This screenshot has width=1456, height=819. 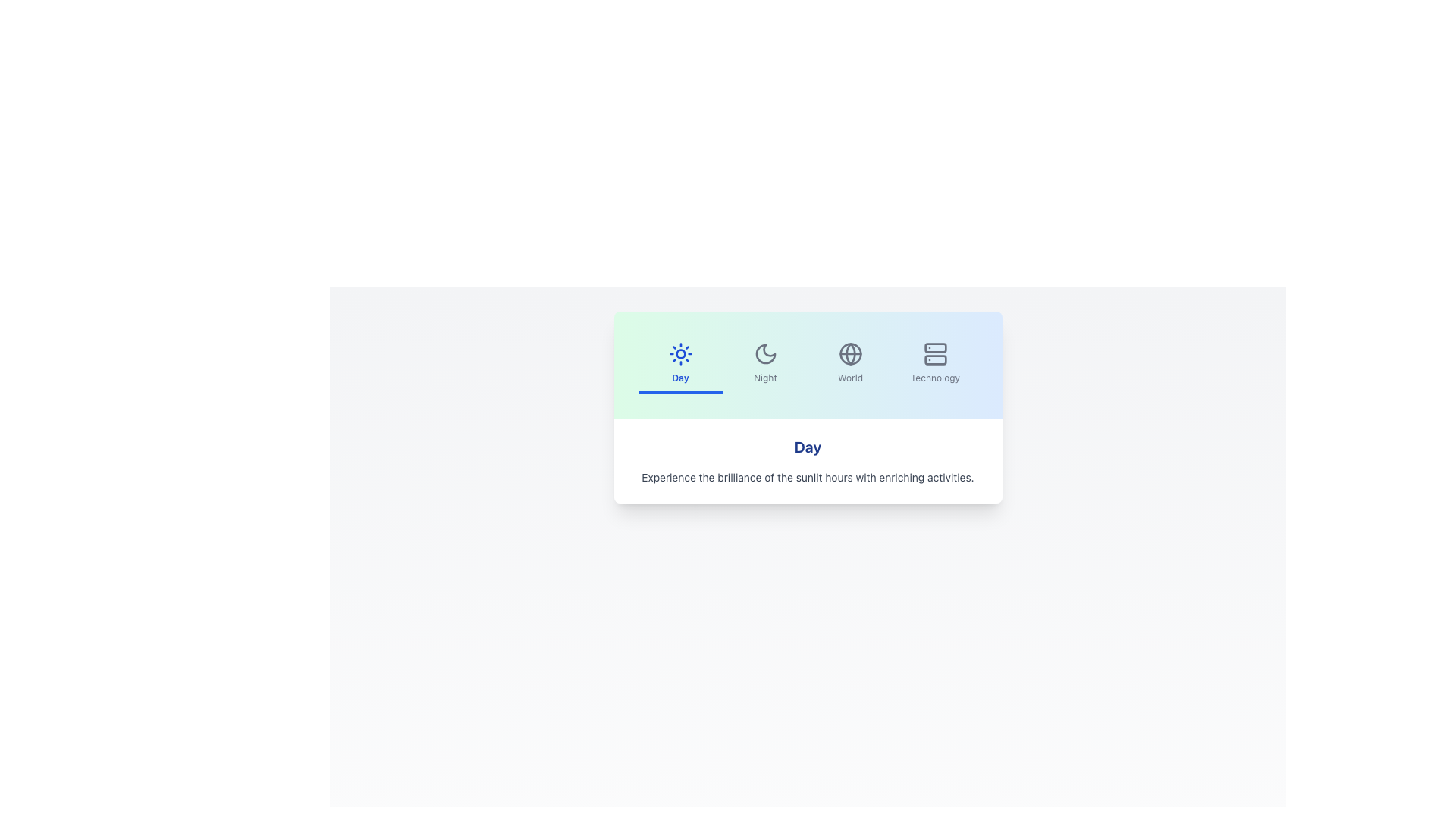 What do you see at coordinates (807, 365) in the screenshot?
I see `the tab in the Navigation bar` at bounding box center [807, 365].